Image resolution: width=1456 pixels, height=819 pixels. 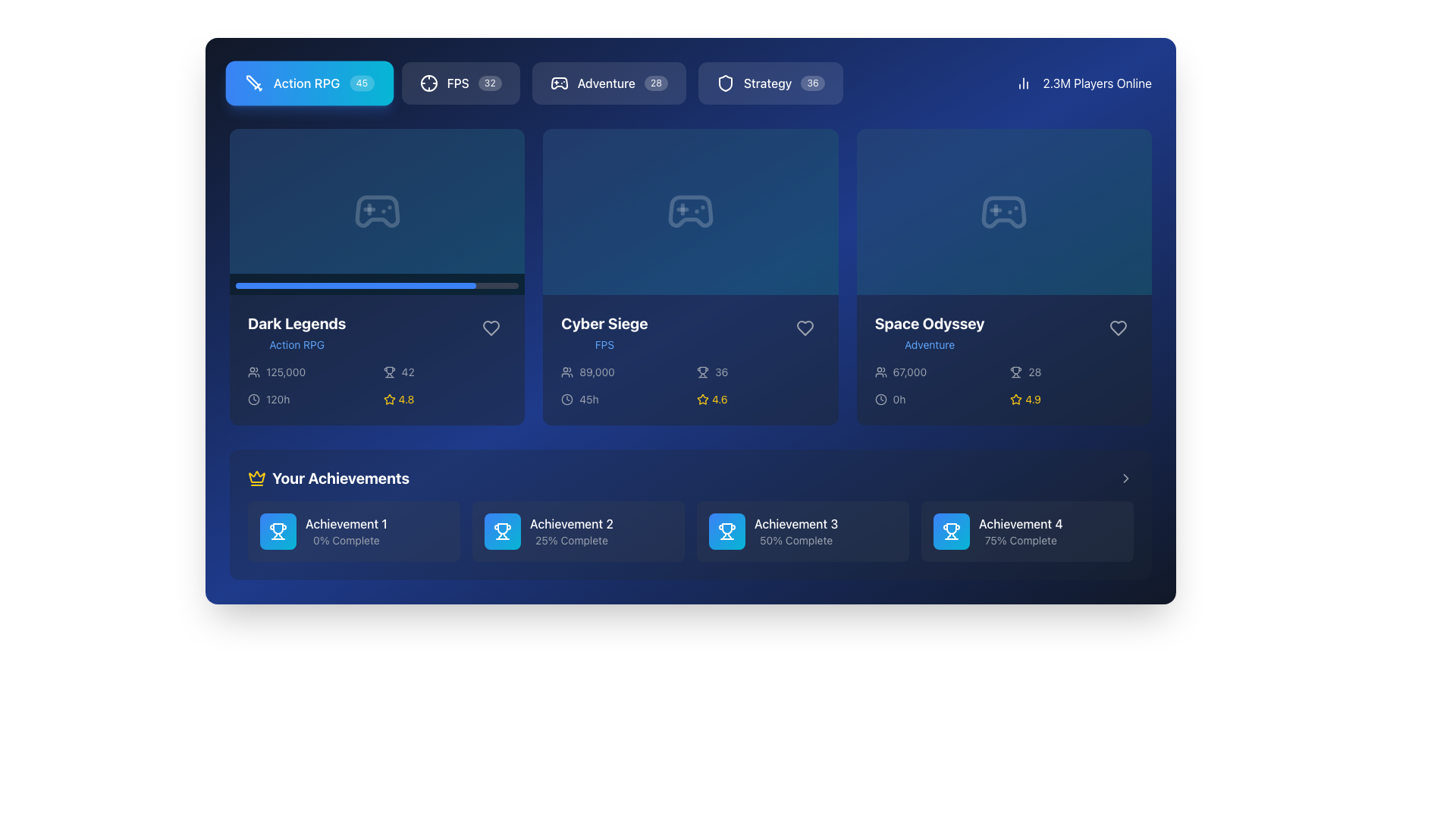 What do you see at coordinates (377, 212) in the screenshot?
I see `the graphical icon representing a game controller located in the first game card titled 'Dark Legends'` at bounding box center [377, 212].